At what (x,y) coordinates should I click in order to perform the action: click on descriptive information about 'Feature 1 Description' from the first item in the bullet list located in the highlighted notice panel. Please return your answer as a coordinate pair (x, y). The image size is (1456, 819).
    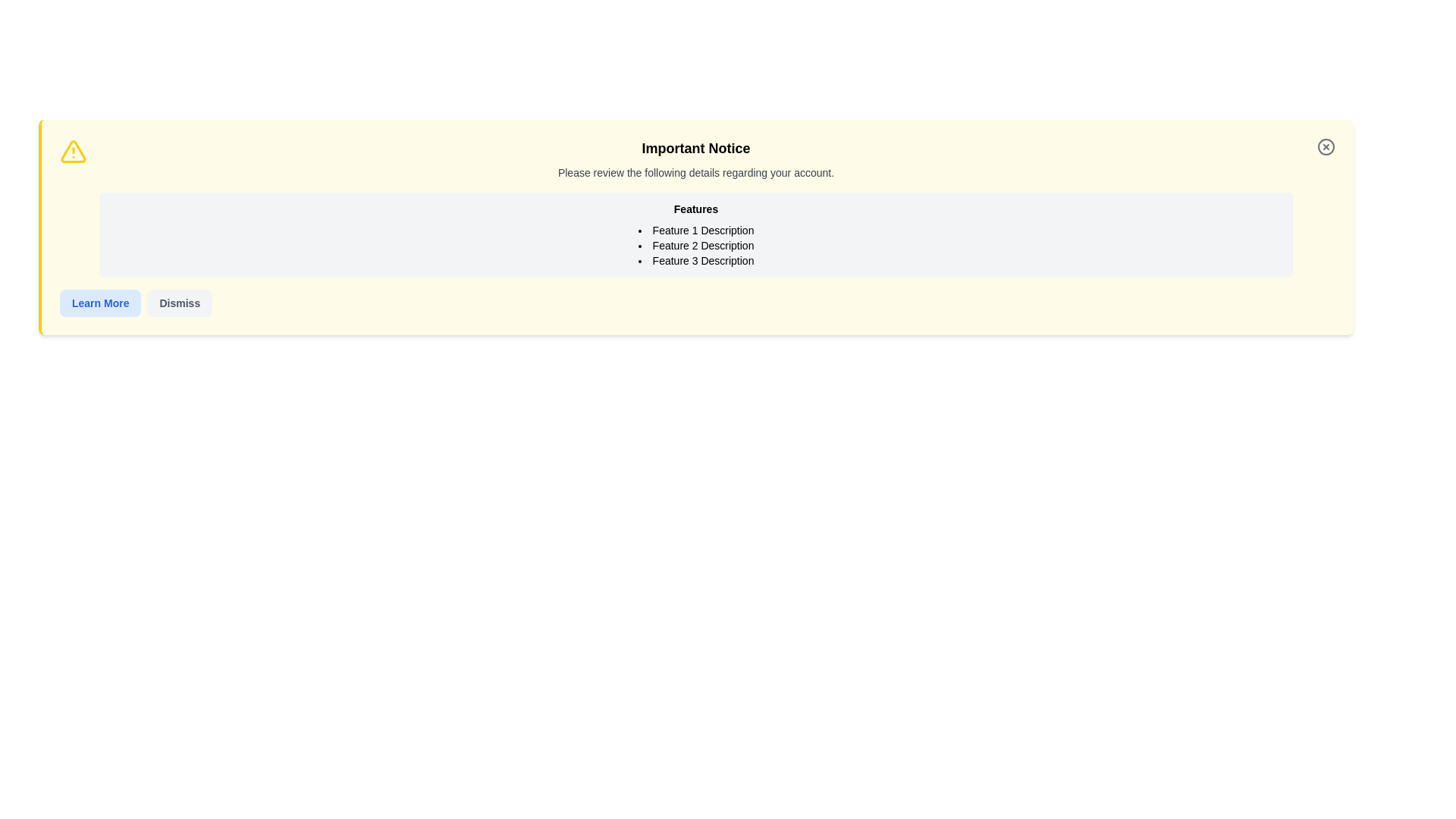
    Looking at the image, I should click on (695, 231).